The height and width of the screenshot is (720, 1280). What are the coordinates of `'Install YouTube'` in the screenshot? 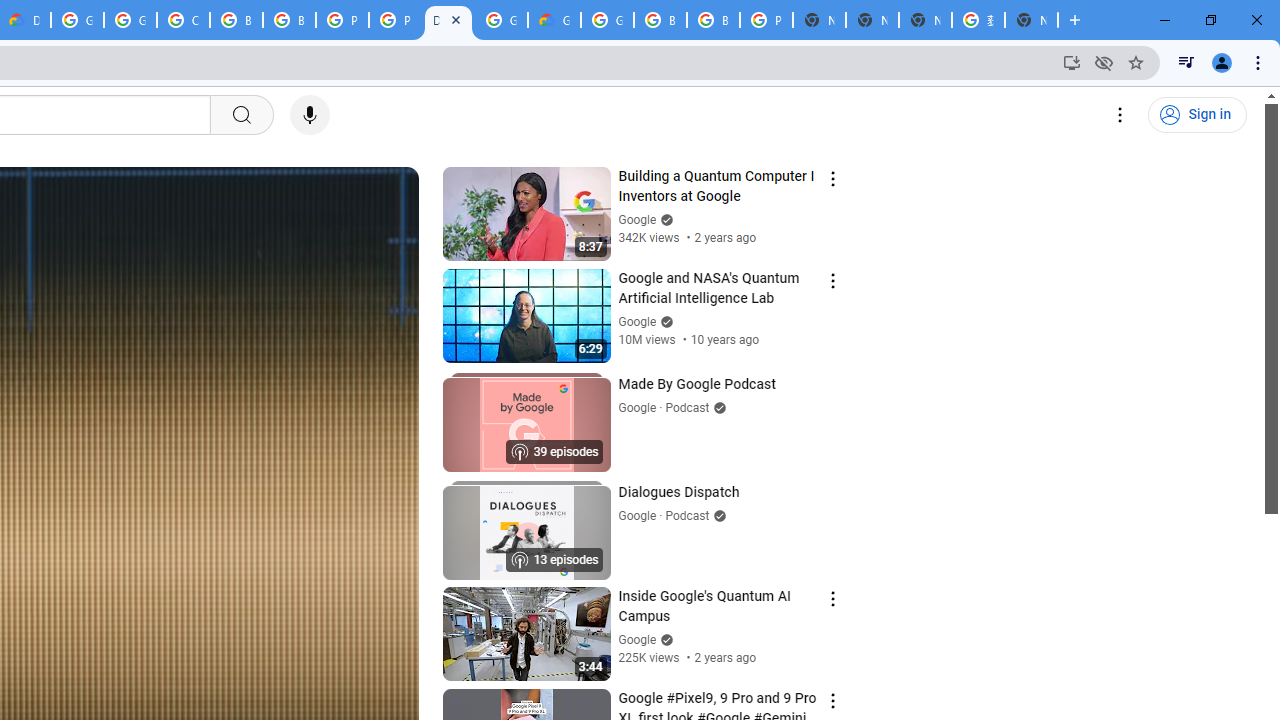 It's located at (1071, 61).